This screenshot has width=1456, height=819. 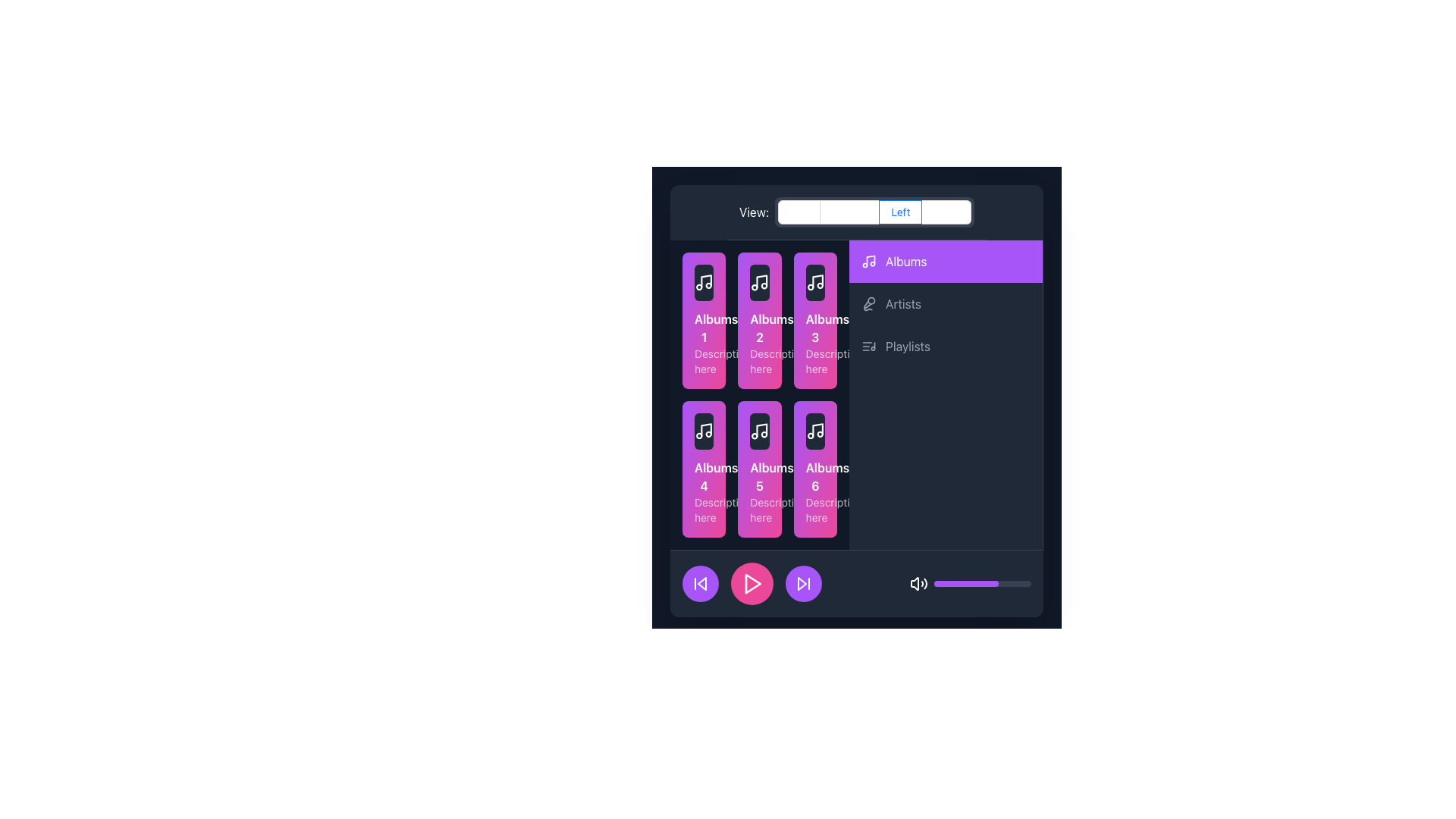 What do you see at coordinates (984, 583) in the screenshot?
I see `the volume level` at bounding box center [984, 583].